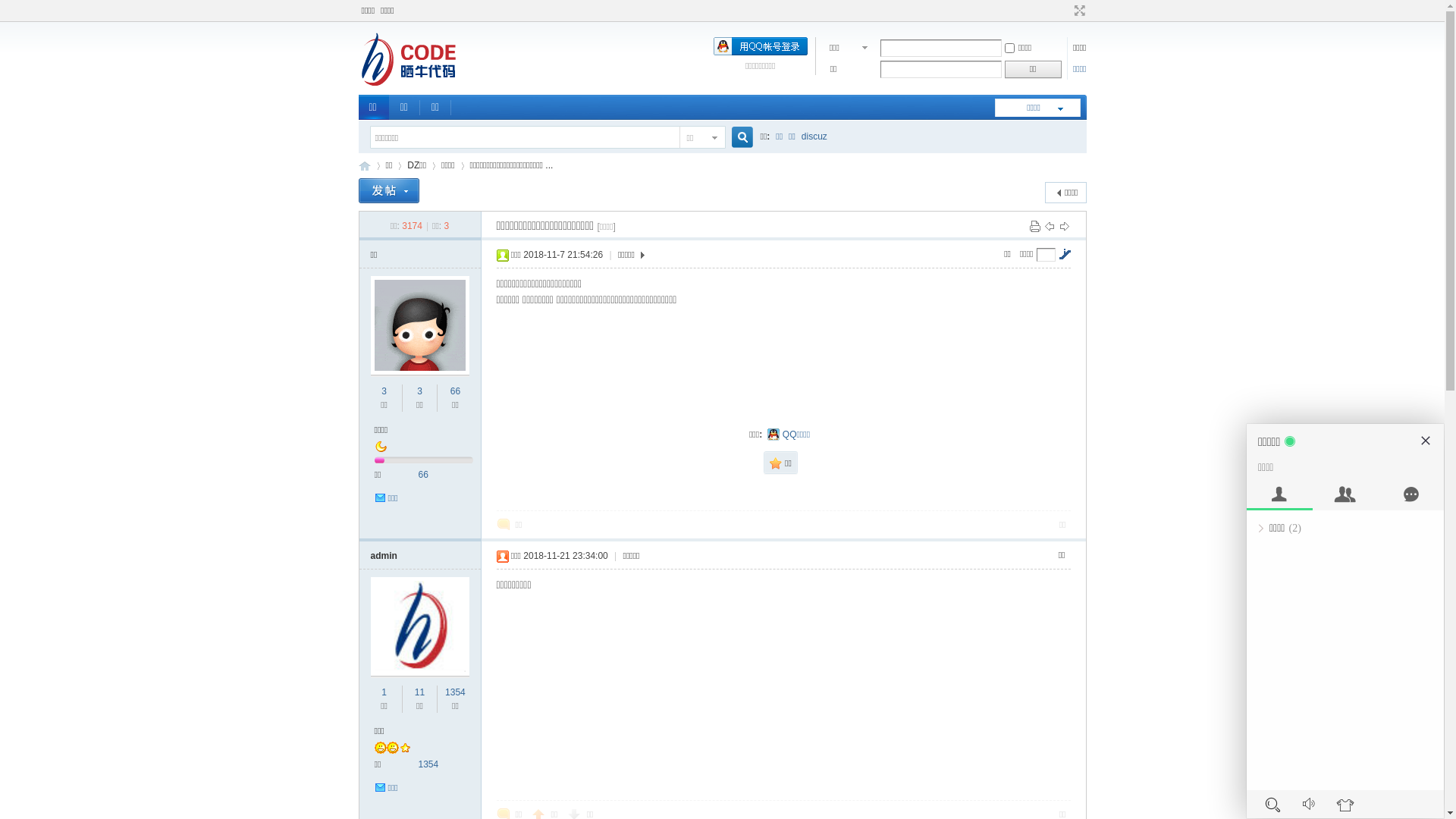  What do you see at coordinates (736, 137) in the screenshot?
I see `'true'` at bounding box center [736, 137].